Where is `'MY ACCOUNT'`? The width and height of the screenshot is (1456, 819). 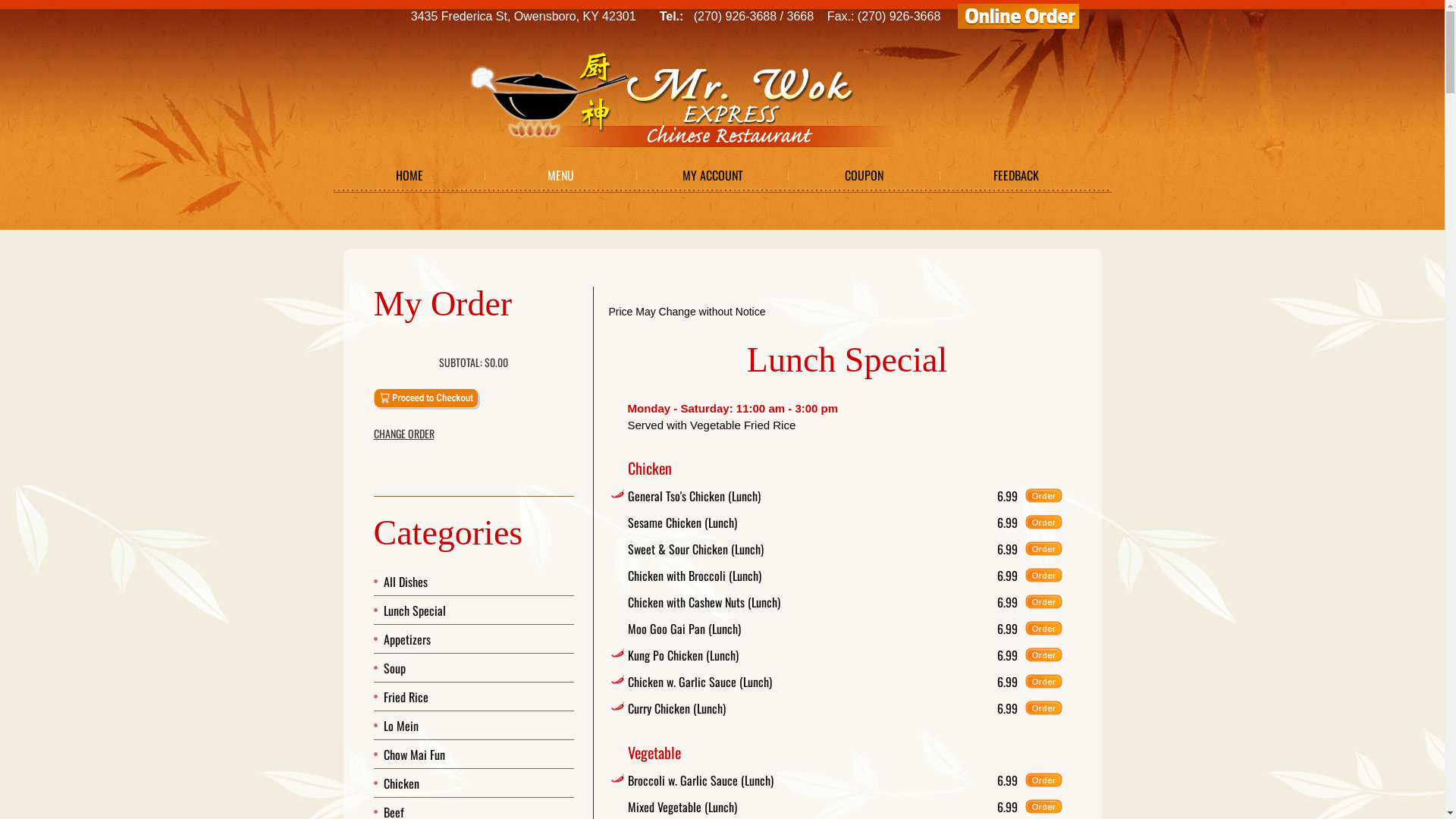 'MY ACCOUNT' is located at coordinates (712, 174).